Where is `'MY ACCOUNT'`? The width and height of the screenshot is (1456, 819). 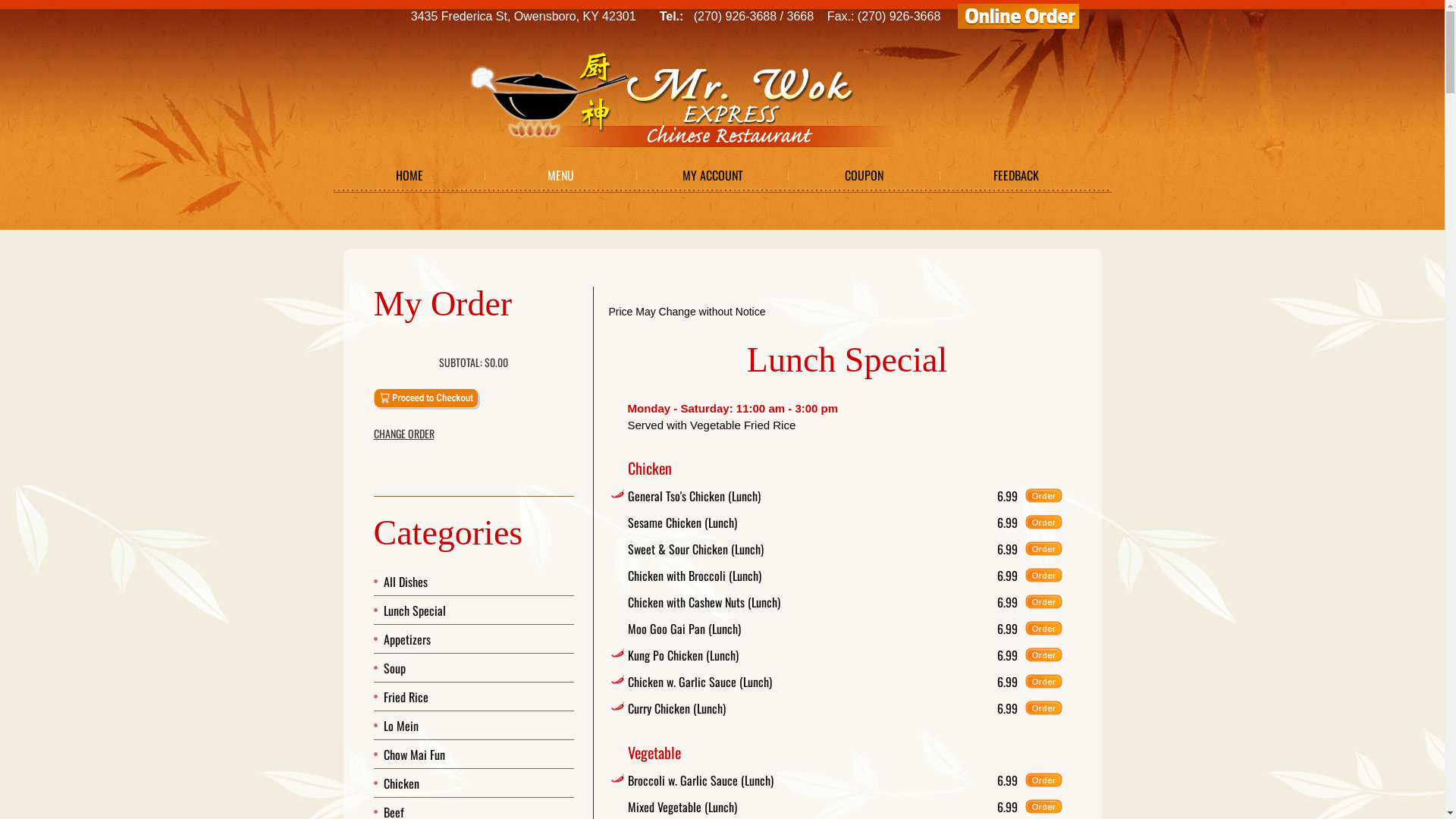 'MY ACCOUNT' is located at coordinates (712, 174).